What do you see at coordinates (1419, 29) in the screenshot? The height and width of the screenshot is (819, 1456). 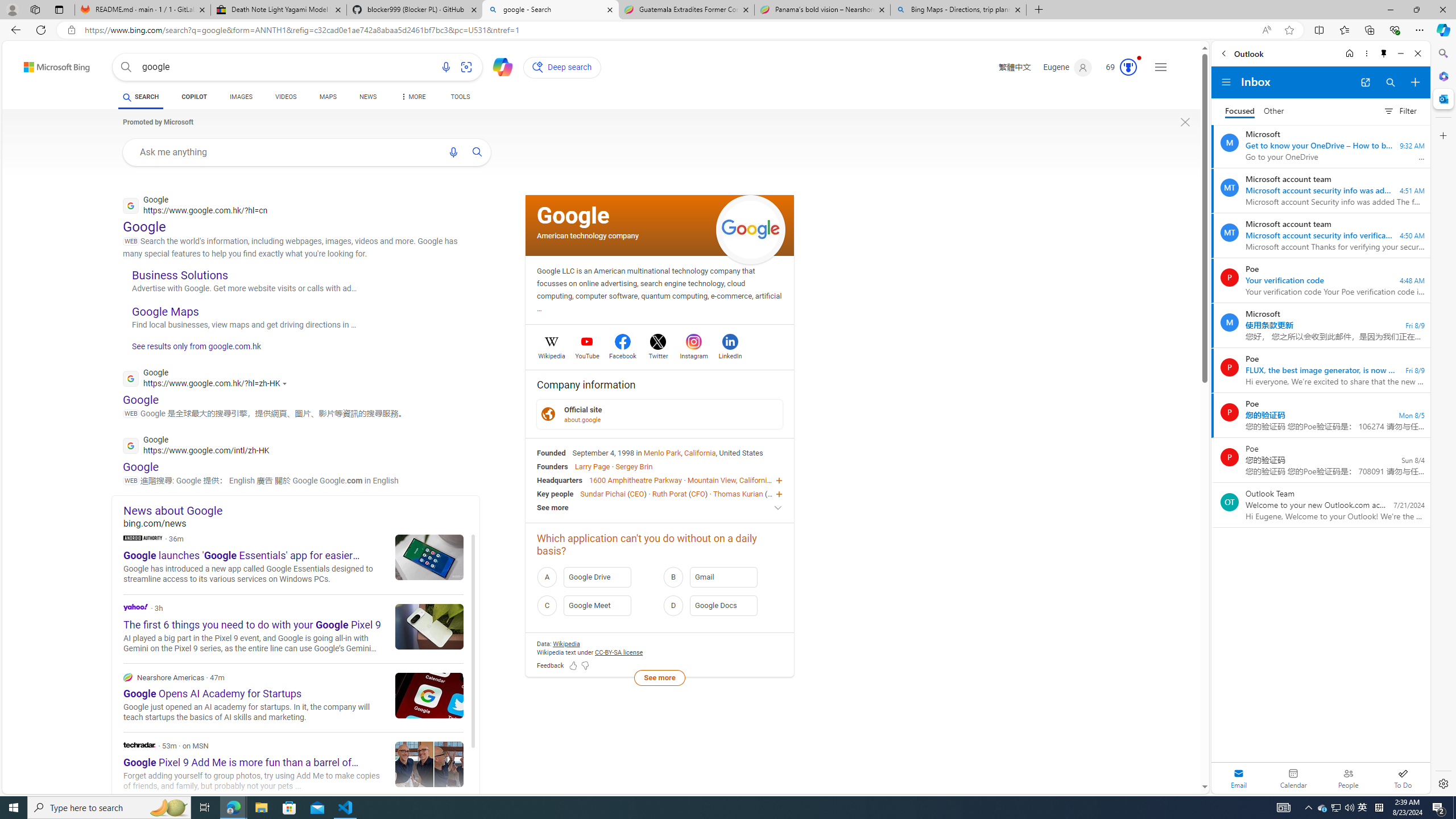 I see `'Settings and more (Alt+F)'` at bounding box center [1419, 29].